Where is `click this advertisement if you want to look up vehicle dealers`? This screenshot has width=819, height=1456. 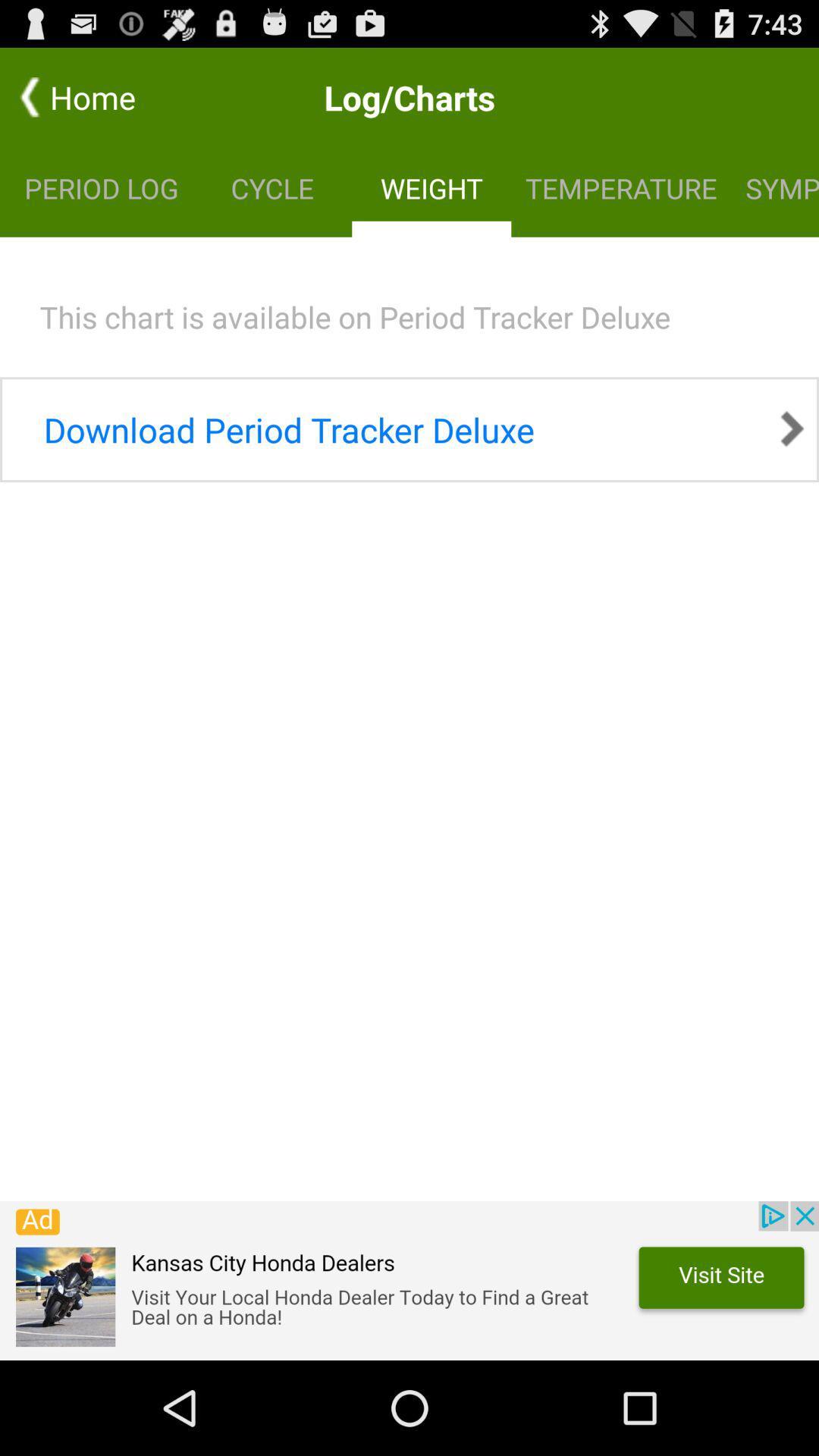 click this advertisement if you want to look up vehicle dealers is located at coordinates (409, 1280).